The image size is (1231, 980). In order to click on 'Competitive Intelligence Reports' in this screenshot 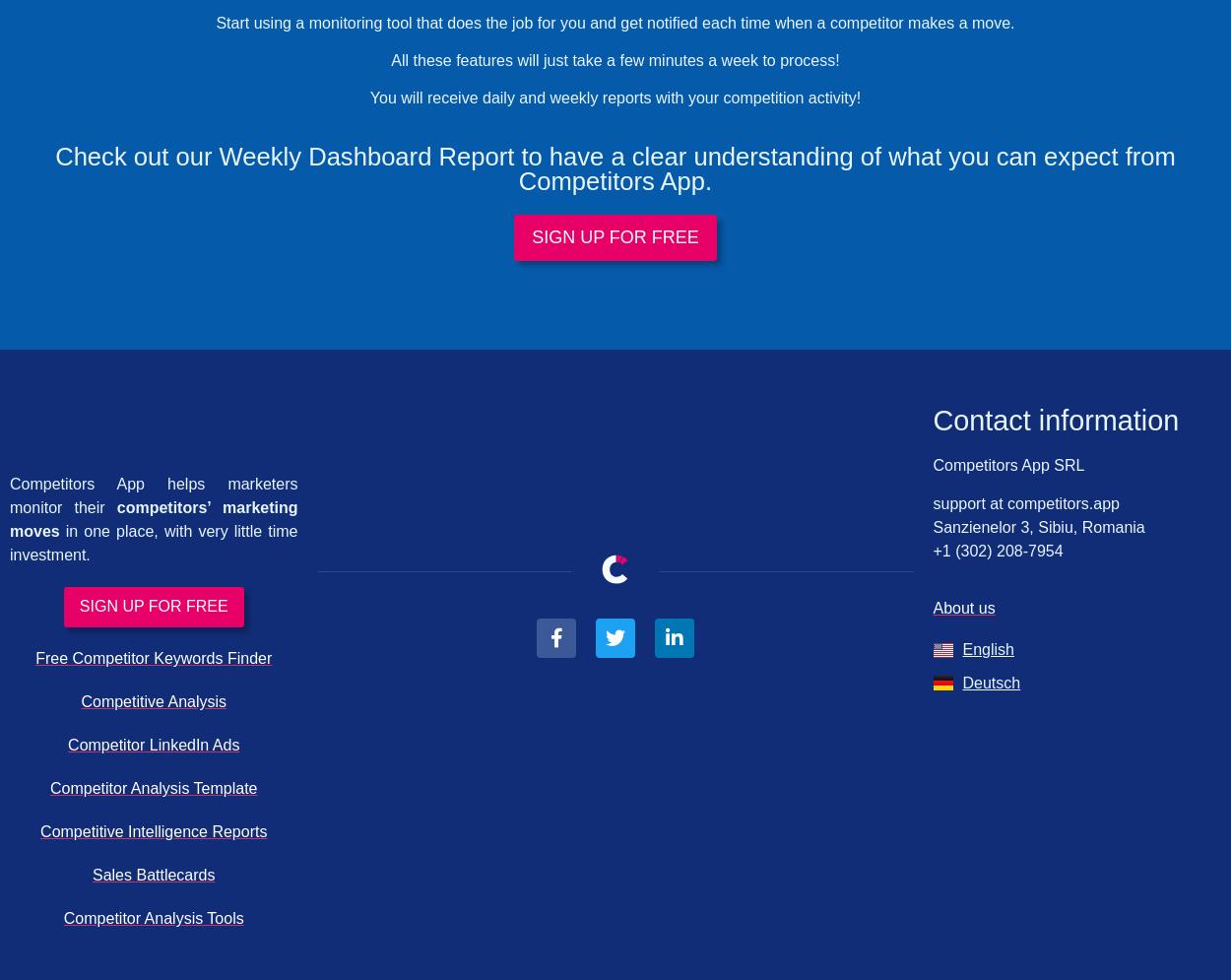, I will do `click(40, 831)`.